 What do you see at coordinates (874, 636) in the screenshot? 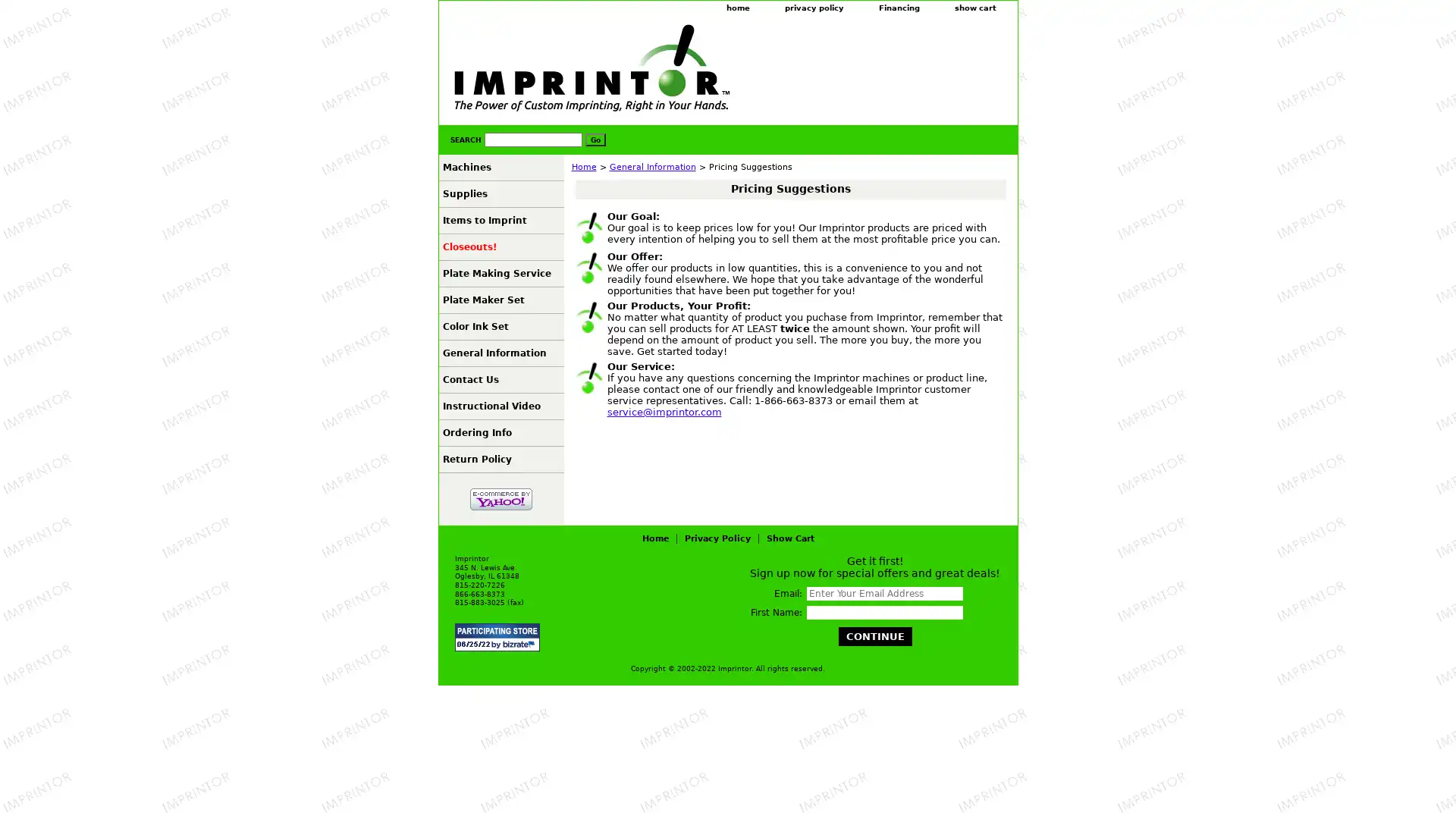
I see `Continue` at bounding box center [874, 636].